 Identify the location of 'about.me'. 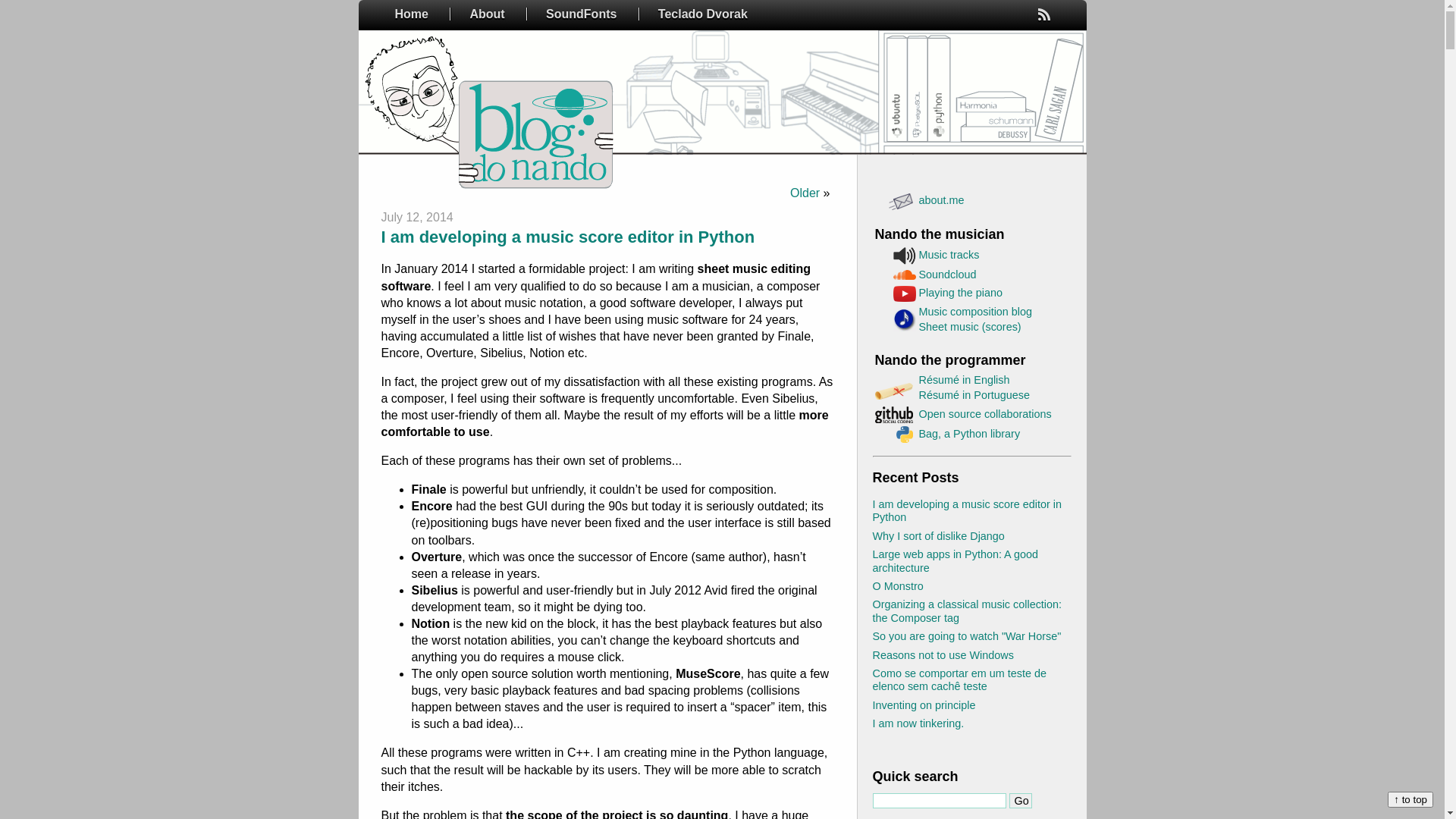
(941, 199).